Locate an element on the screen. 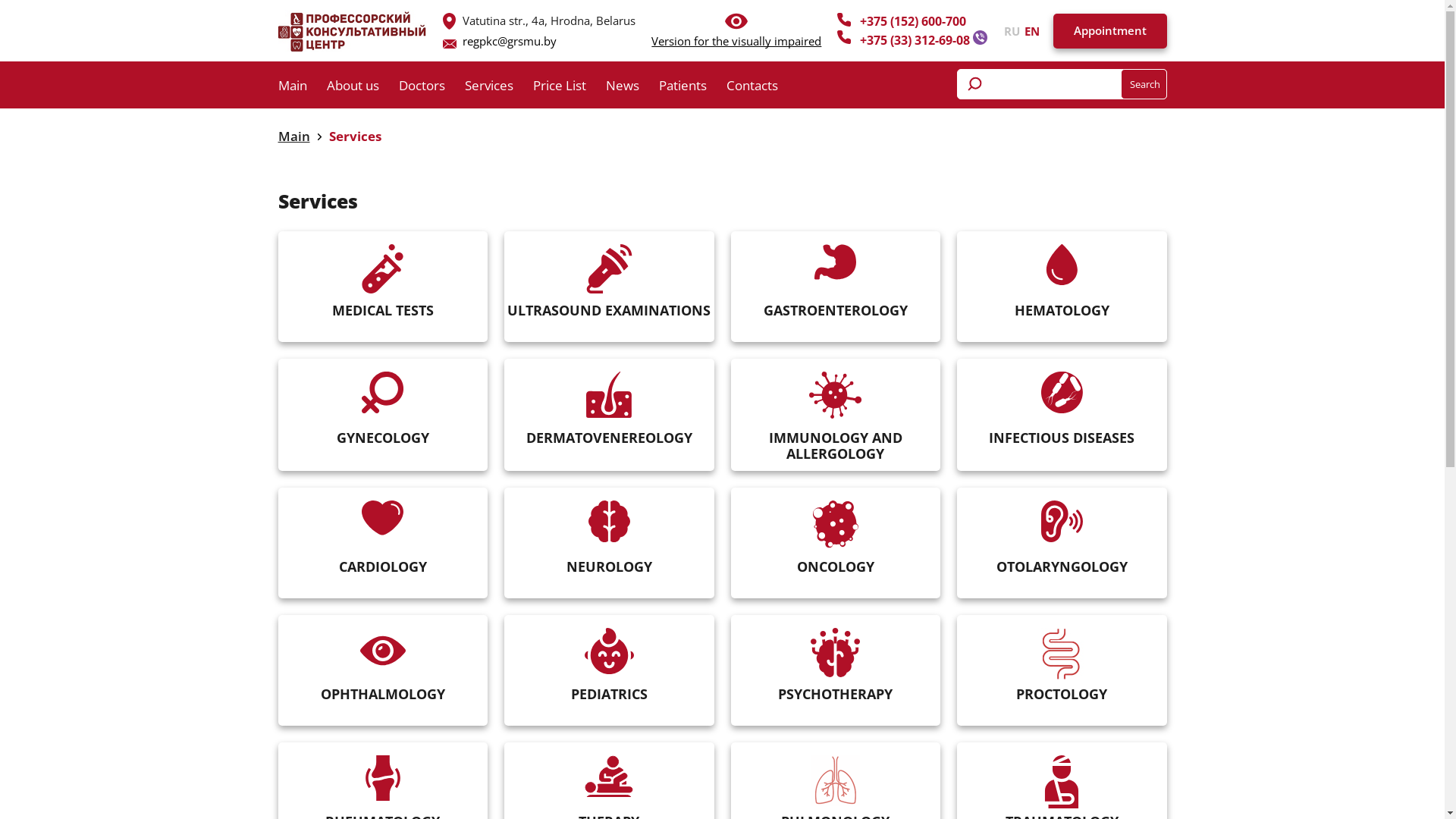  'Gynecology' is located at coordinates (382, 391).